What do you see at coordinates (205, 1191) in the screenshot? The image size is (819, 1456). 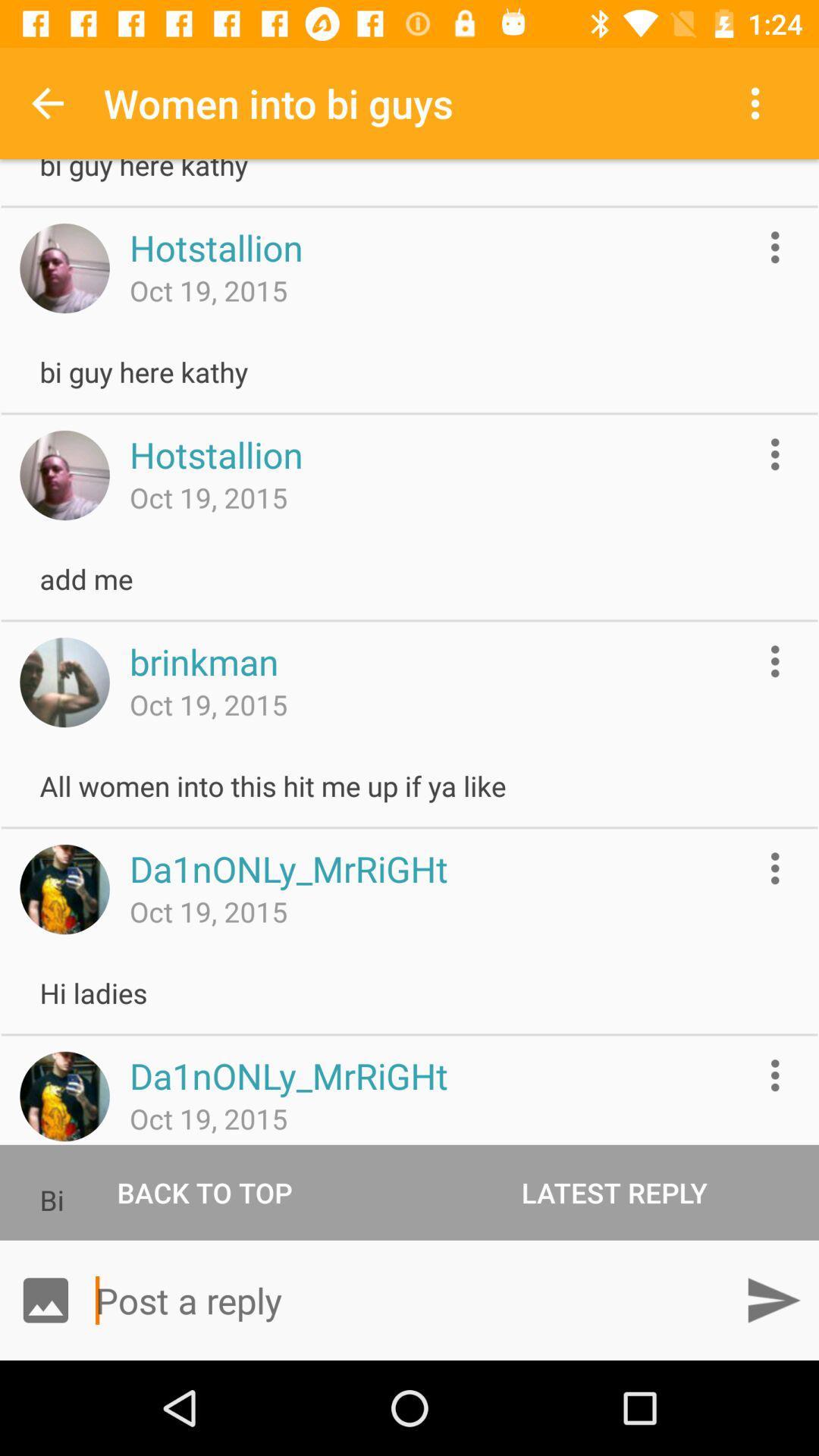 I see `icon next to the latest reply icon` at bounding box center [205, 1191].